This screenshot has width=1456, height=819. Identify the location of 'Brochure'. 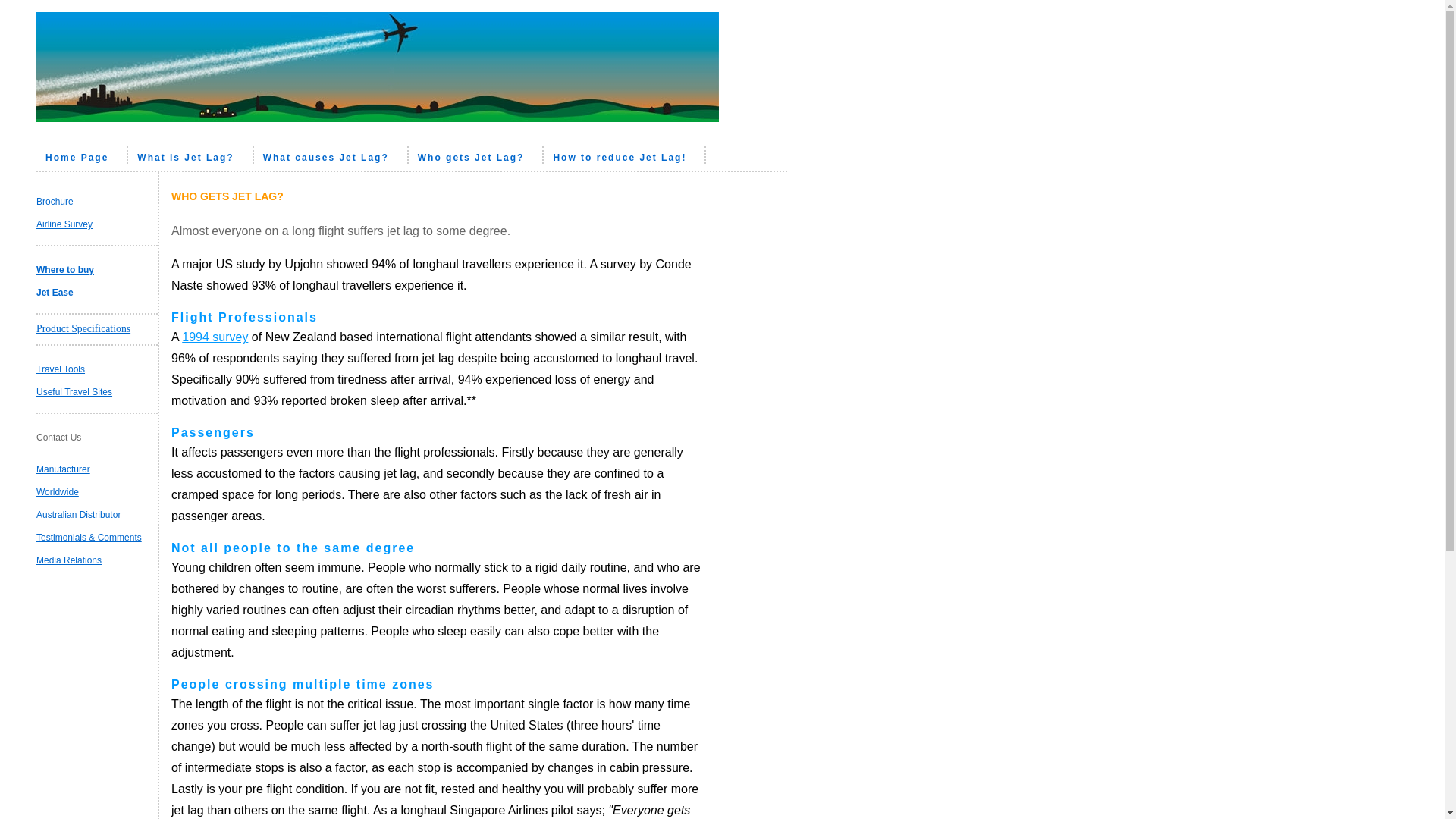
(55, 201).